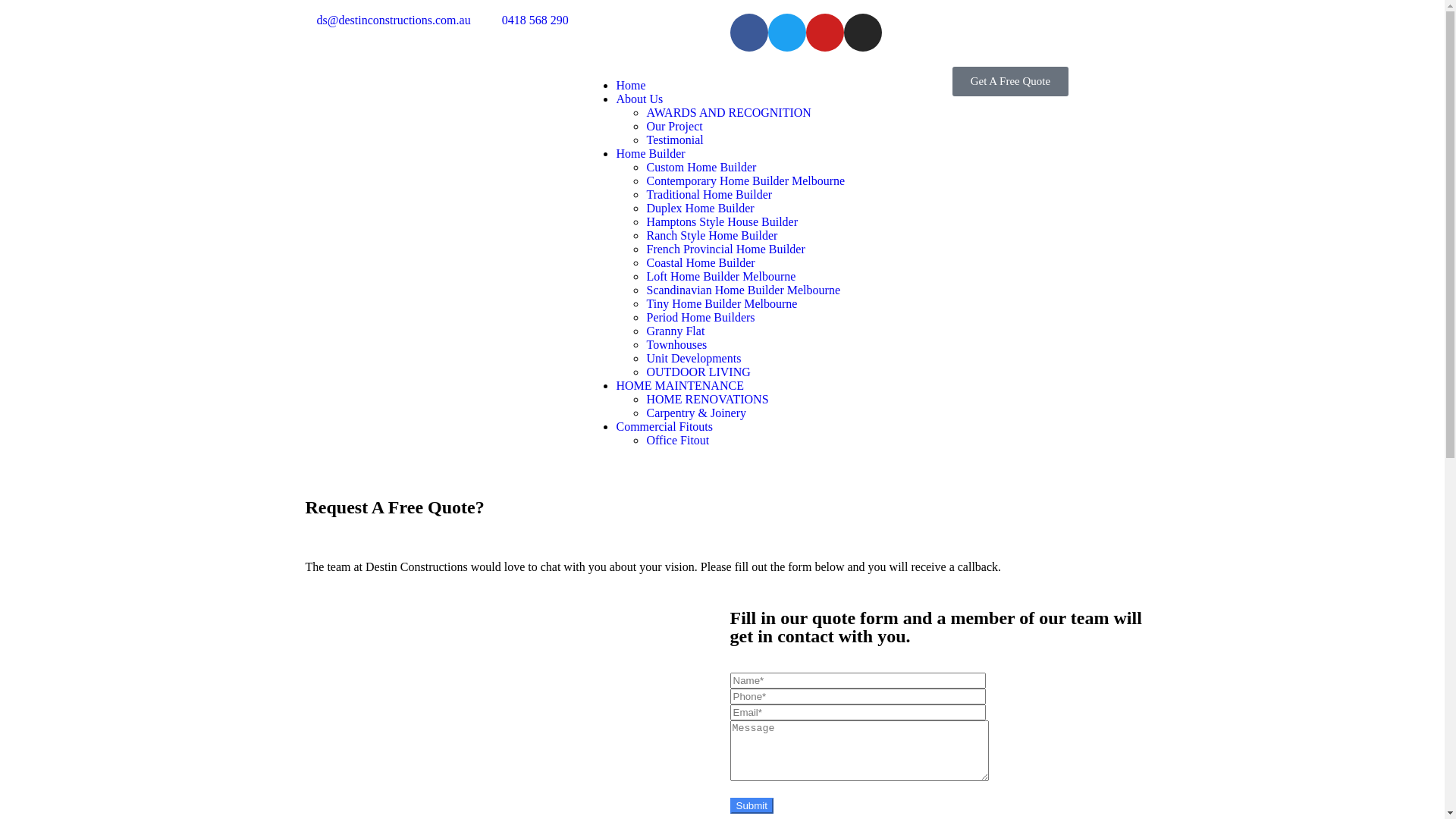 Image resolution: width=1456 pixels, height=819 pixels. What do you see at coordinates (728, 111) in the screenshot?
I see `'AWARDS AND RECOGNITION'` at bounding box center [728, 111].